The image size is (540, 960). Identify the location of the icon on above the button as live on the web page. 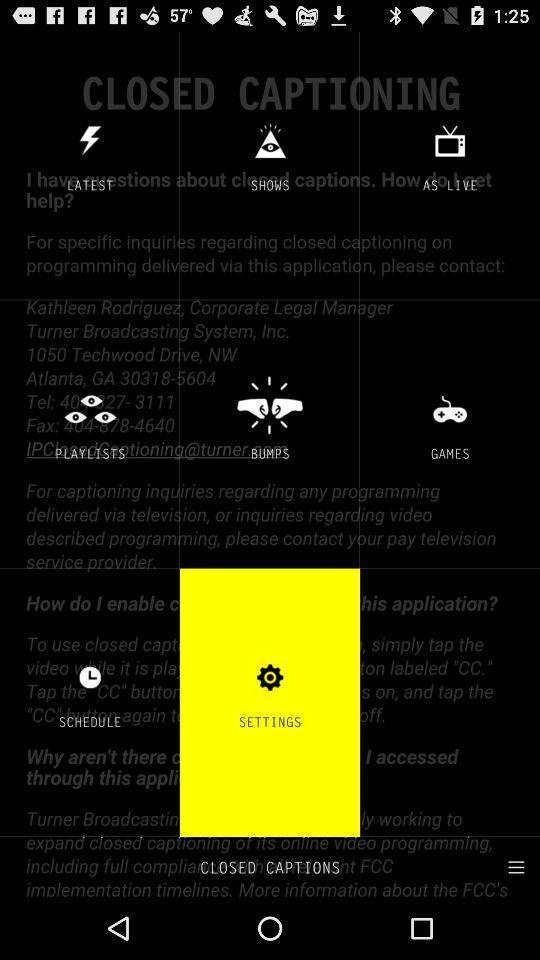
(449, 139).